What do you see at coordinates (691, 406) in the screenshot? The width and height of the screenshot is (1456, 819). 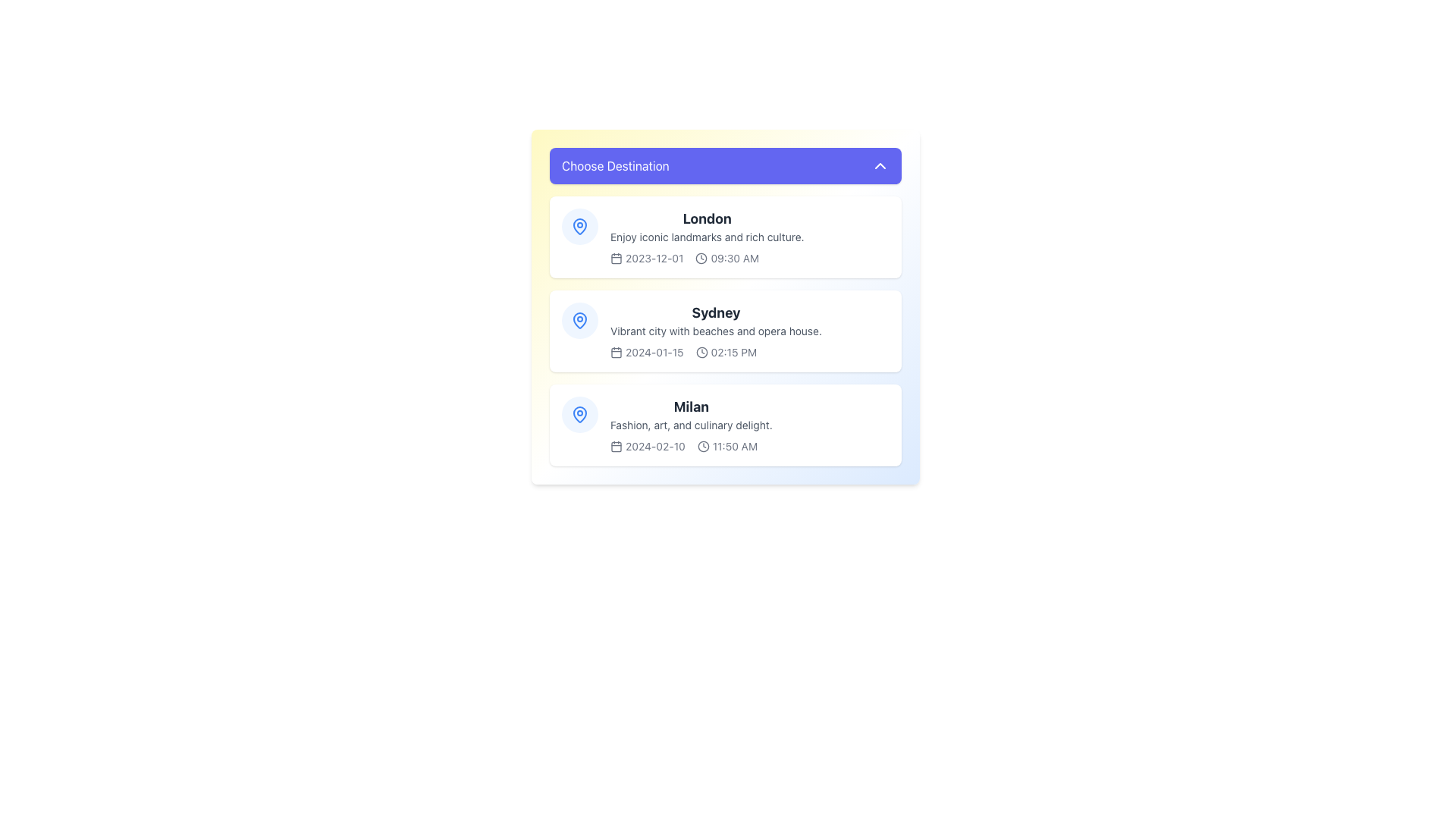 I see `the text label displaying 'Milan'` at bounding box center [691, 406].